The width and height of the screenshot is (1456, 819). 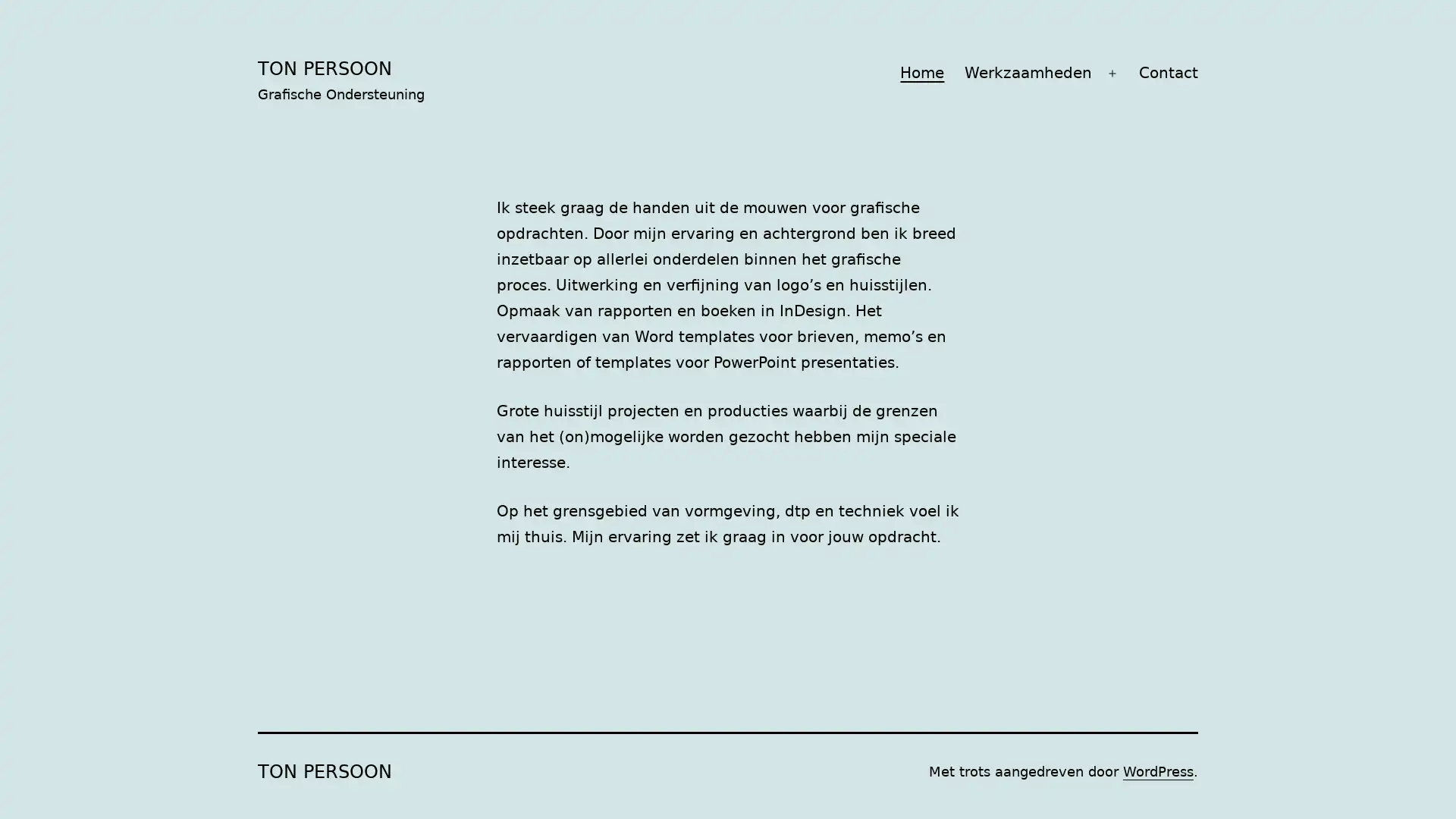 What do you see at coordinates (1111, 73) in the screenshot?
I see `Open menu` at bounding box center [1111, 73].